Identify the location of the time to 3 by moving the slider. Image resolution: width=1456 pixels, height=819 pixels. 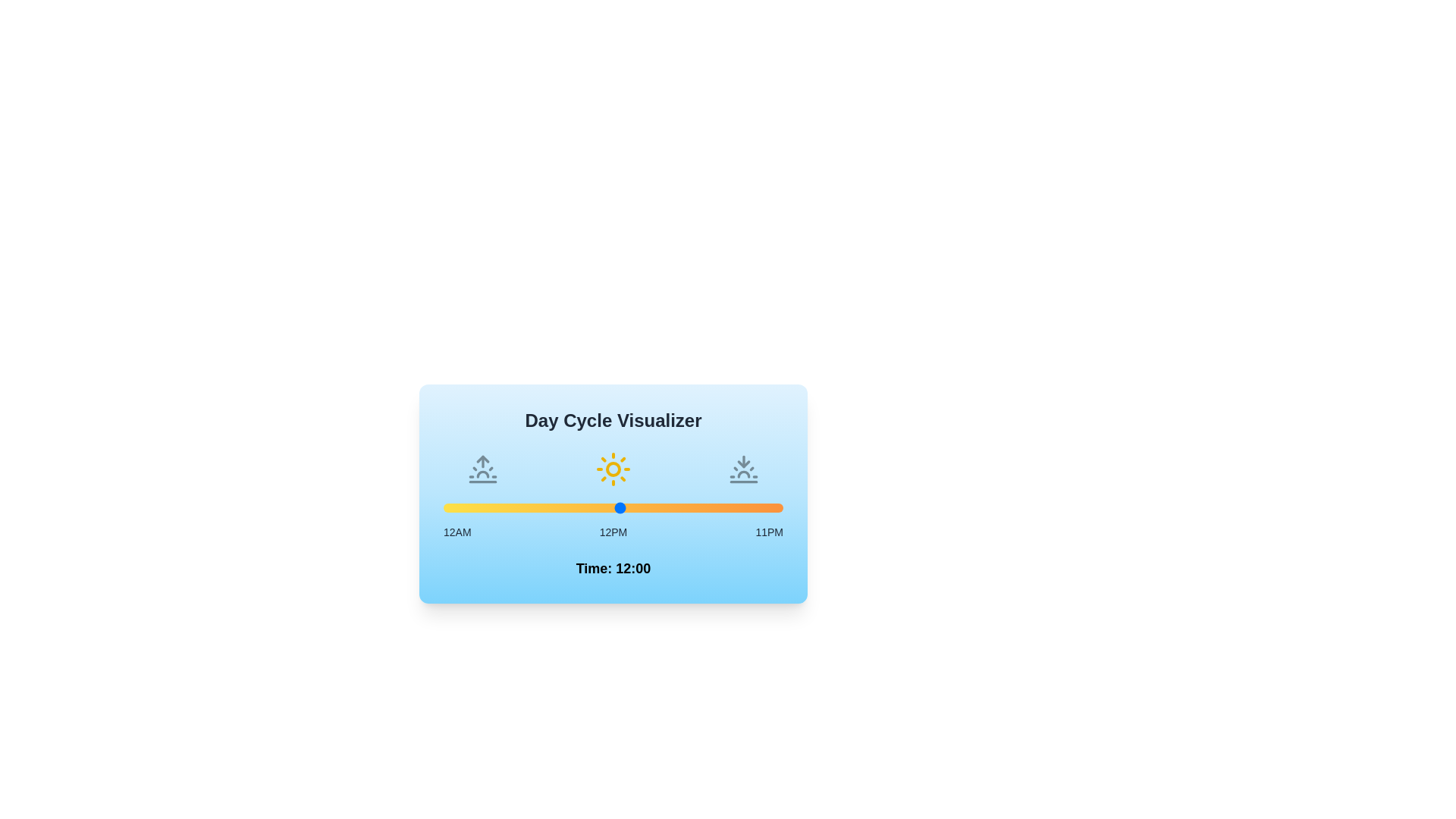
(488, 508).